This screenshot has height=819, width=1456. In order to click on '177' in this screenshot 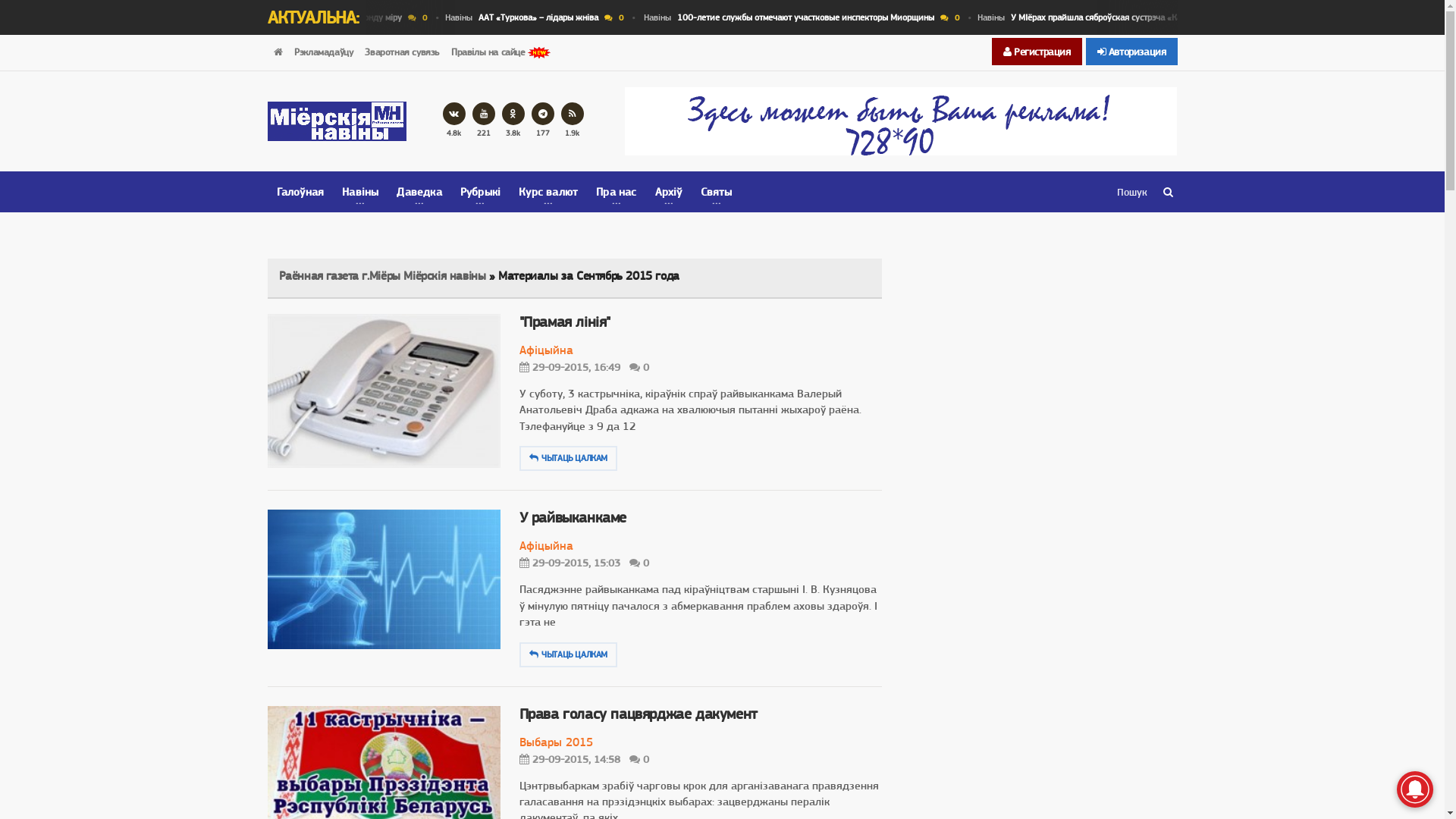, I will do `click(542, 119)`.